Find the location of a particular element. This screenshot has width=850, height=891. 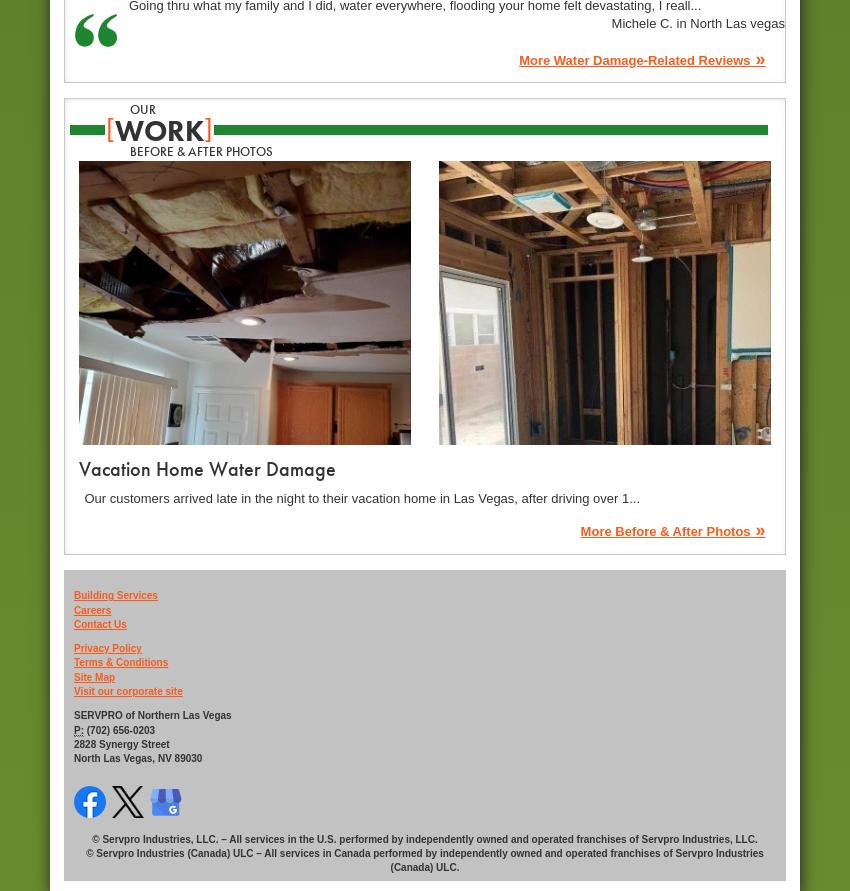

'© Servpro Industries (Canada) ULC – All services in Canada performed by independently owned and operated franchises of Servpro Industries (Canada) ULC.' is located at coordinates (85, 859).